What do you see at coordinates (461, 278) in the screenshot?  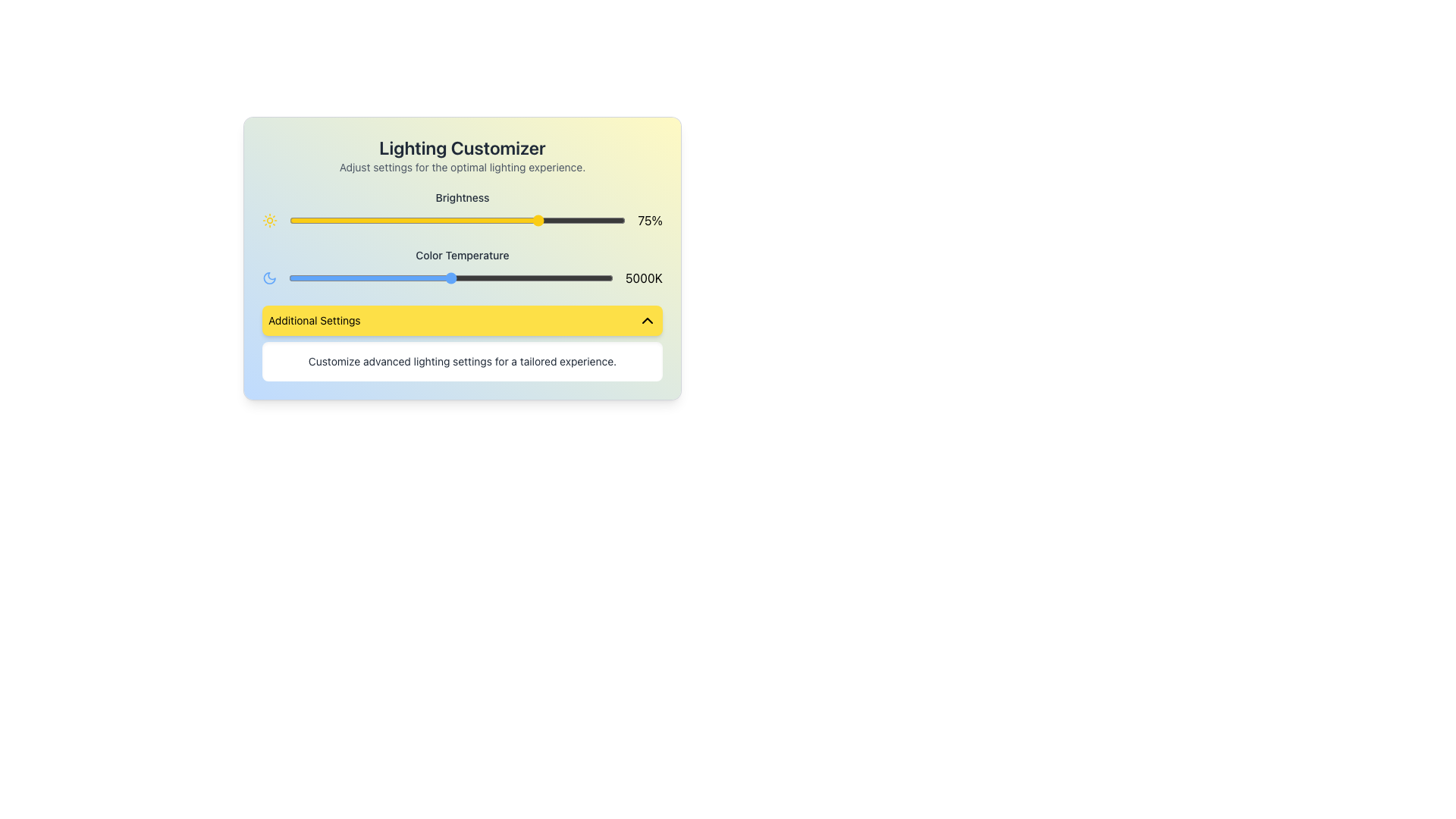 I see `the text label displaying '5000K', which is located to the right of the 'Color Temperature' slider control` at bounding box center [461, 278].